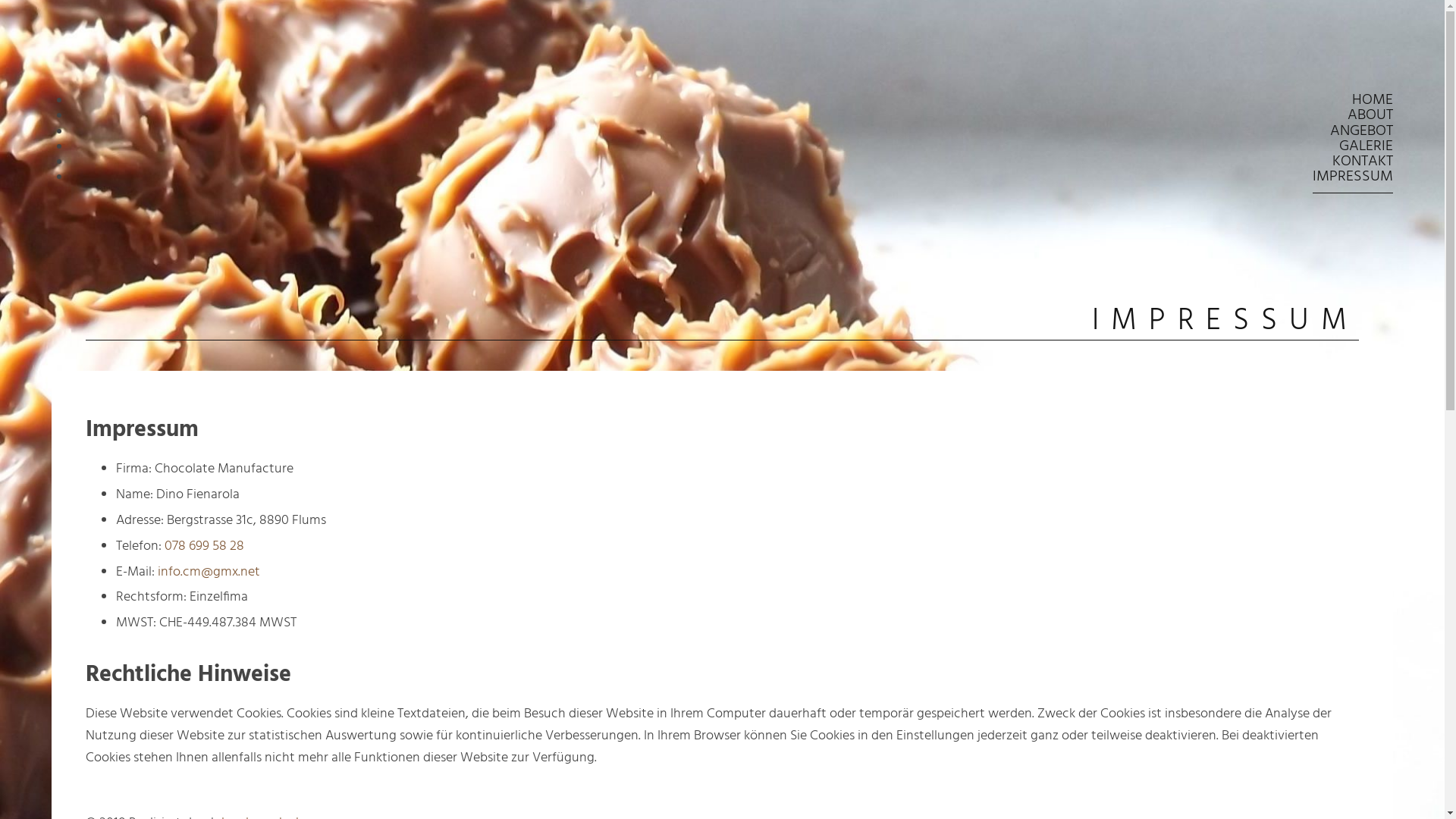 This screenshot has height=819, width=1456. Describe the element at coordinates (1361, 130) in the screenshot. I see `'ANGEBOT'` at that location.